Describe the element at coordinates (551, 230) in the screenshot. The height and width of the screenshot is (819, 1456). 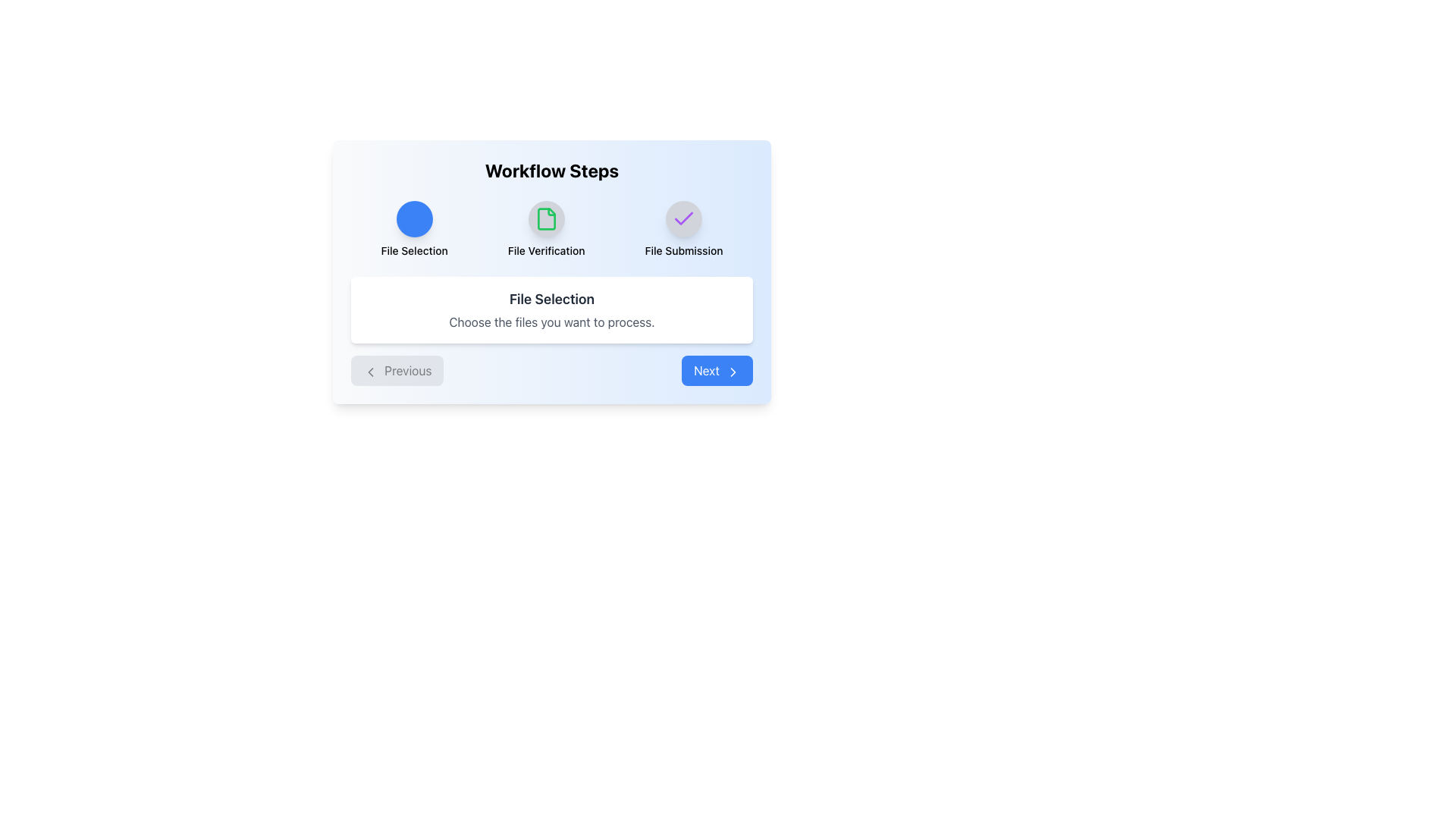
I see `the Workflow Progress Indicator` at that location.